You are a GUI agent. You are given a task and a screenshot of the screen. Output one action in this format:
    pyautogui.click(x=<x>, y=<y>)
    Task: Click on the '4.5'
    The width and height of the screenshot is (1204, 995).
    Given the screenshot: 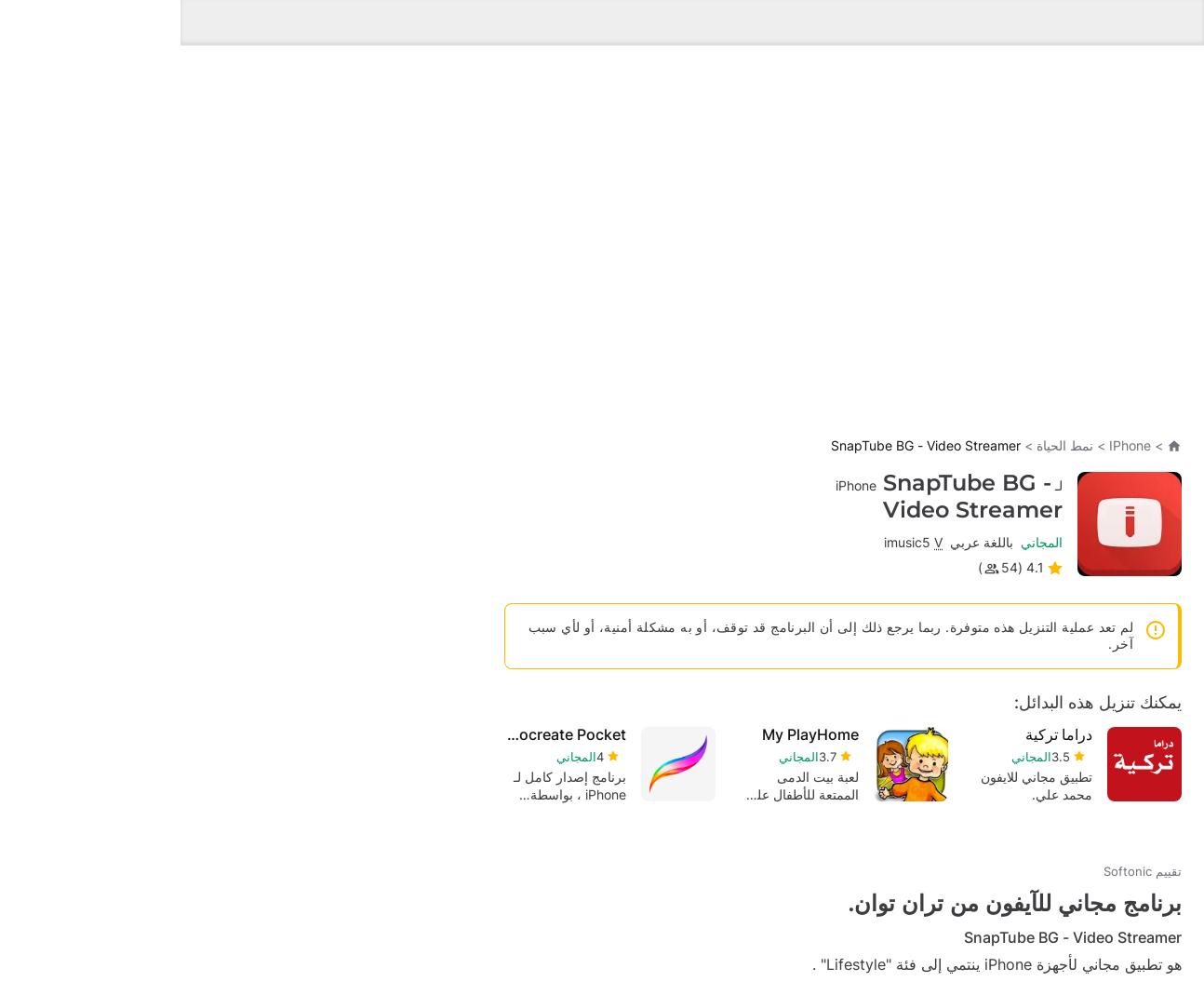 What is the action you would take?
    pyautogui.click(x=646, y=793)
    